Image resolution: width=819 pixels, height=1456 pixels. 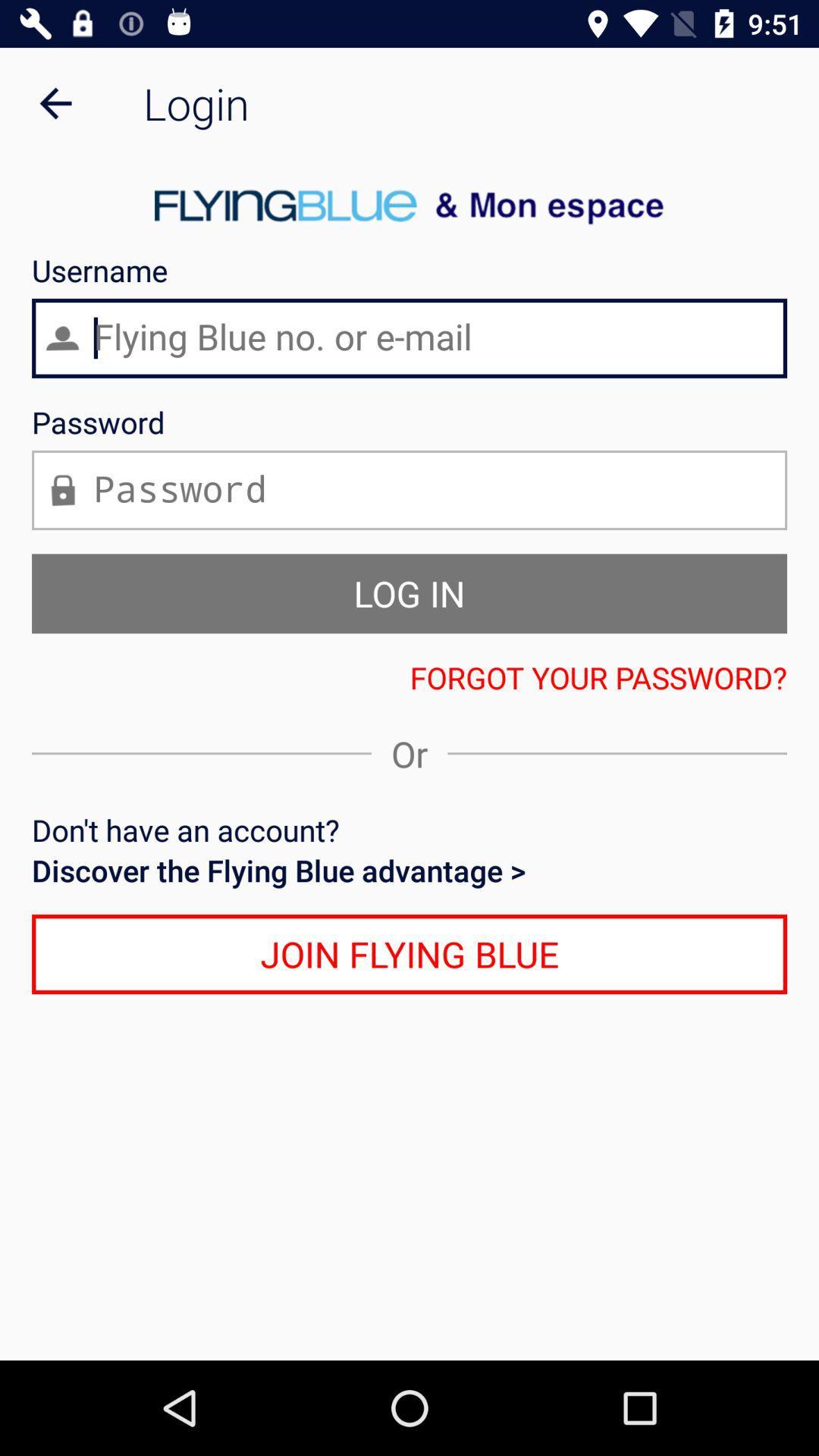 What do you see at coordinates (409, 870) in the screenshot?
I see `icon above the join flying blue icon` at bounding box center [409, 870].